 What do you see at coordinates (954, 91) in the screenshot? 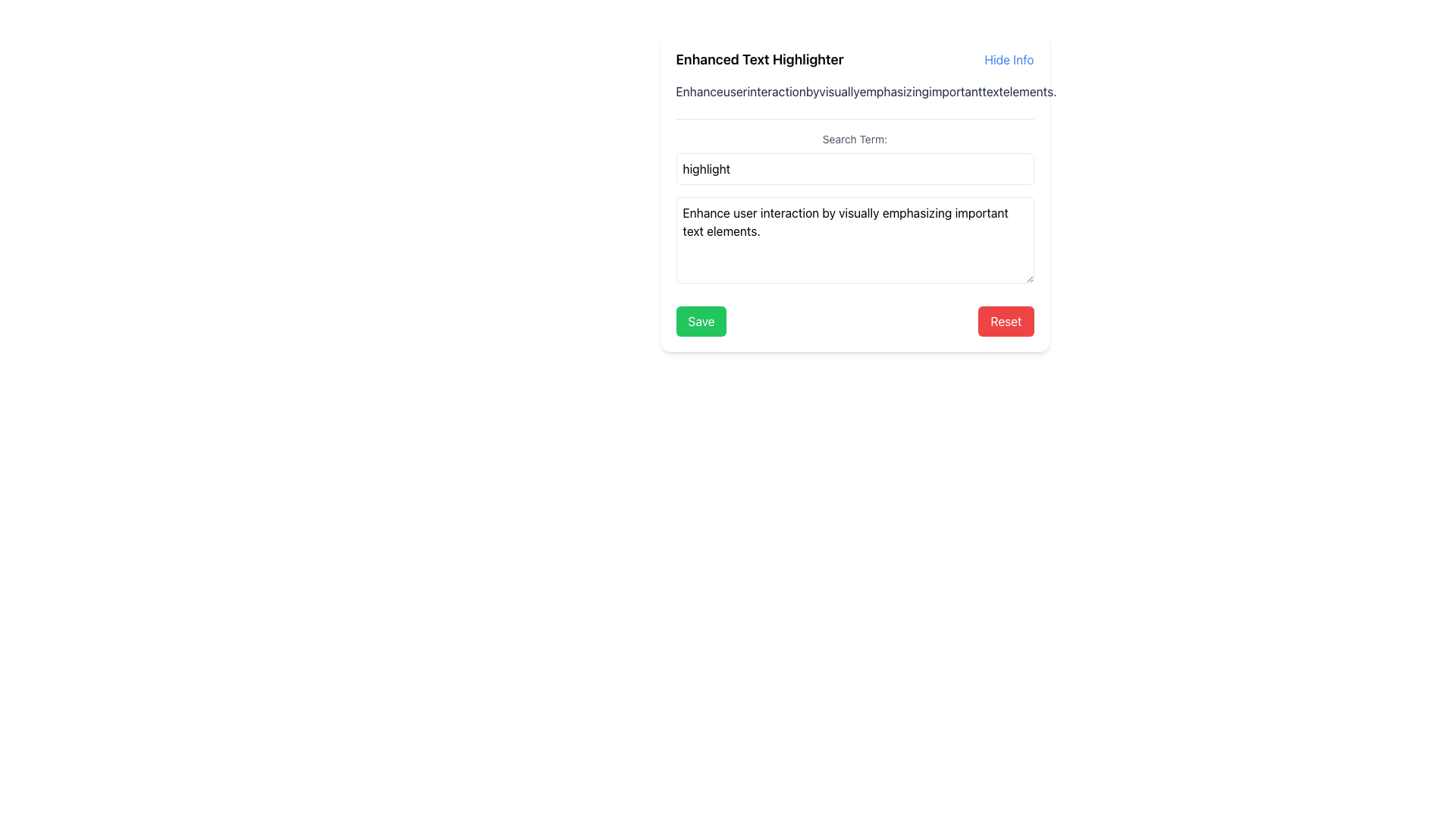
I see `the text label that visually emphasizes the word 'important' in the sentence at the top of the interface` at bounding box center [954, 91].